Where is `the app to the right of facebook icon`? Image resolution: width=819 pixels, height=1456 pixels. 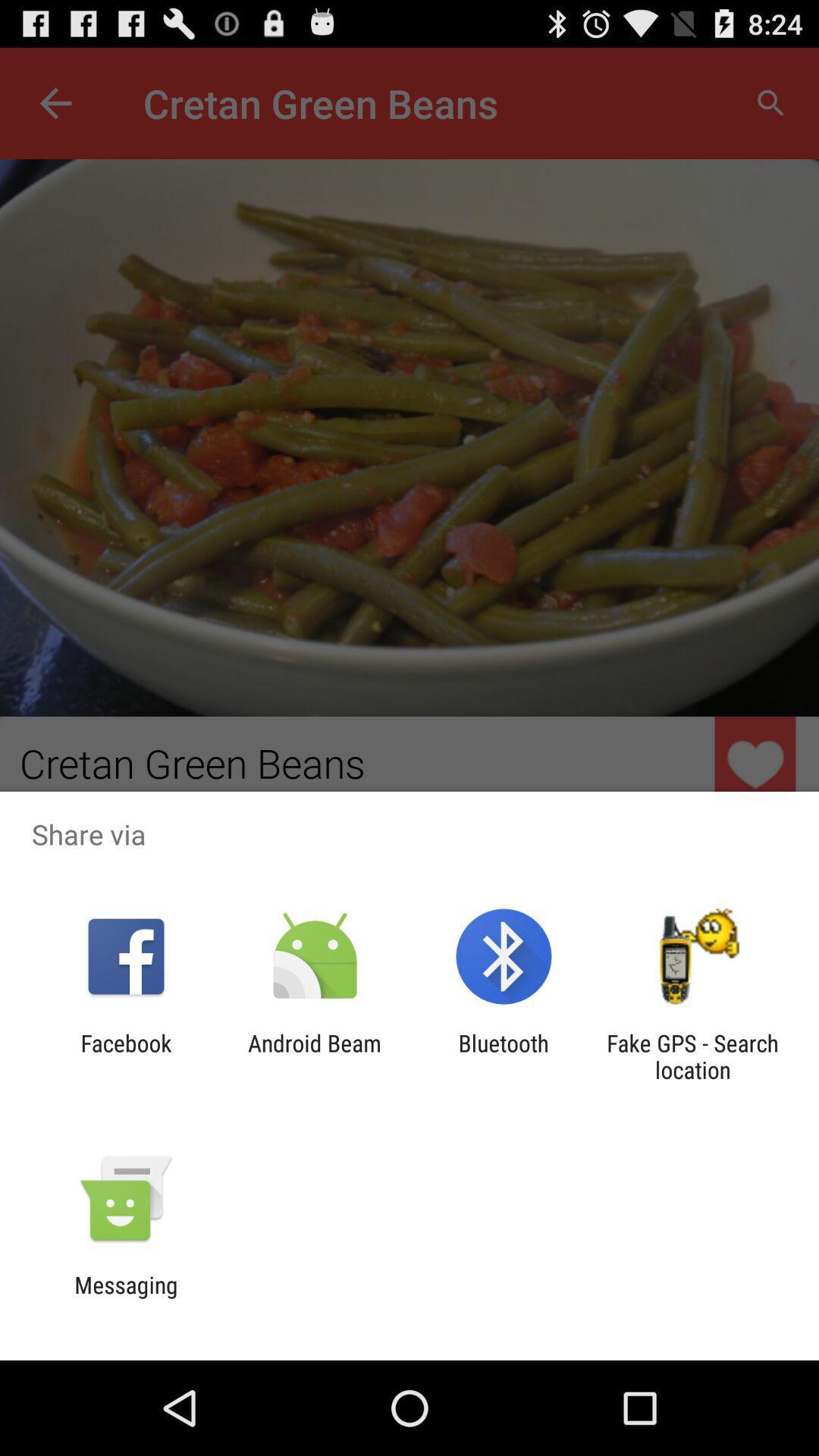
the app to the right of facebook icon is located at coordinates (314, 1056).